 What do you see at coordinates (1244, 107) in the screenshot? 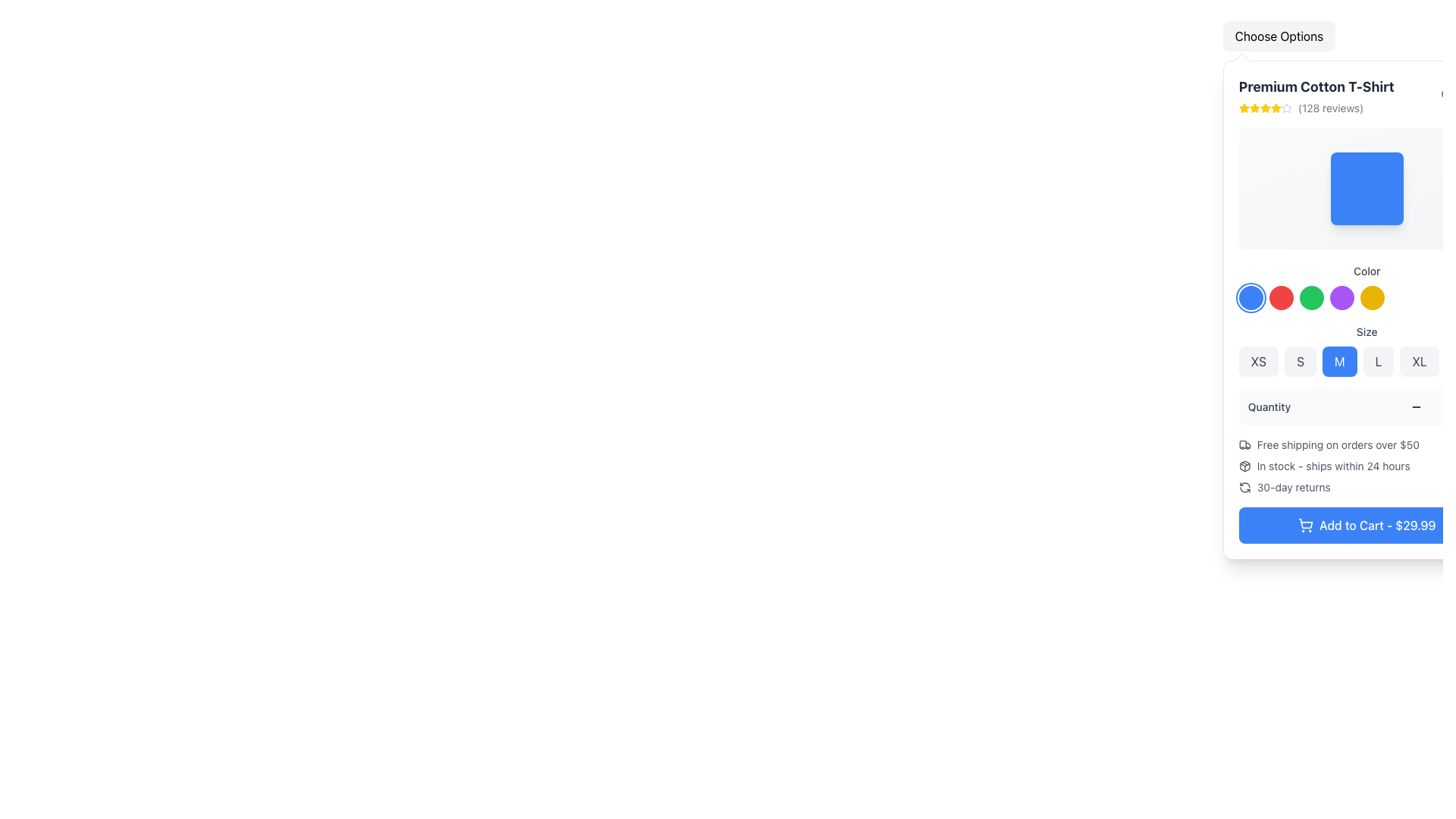
I see `the second yellow star icon in the rating system near the 'Premium Cotton T-Shirt' title to provide or adjust the rating` at bounding box center [1244, 107].